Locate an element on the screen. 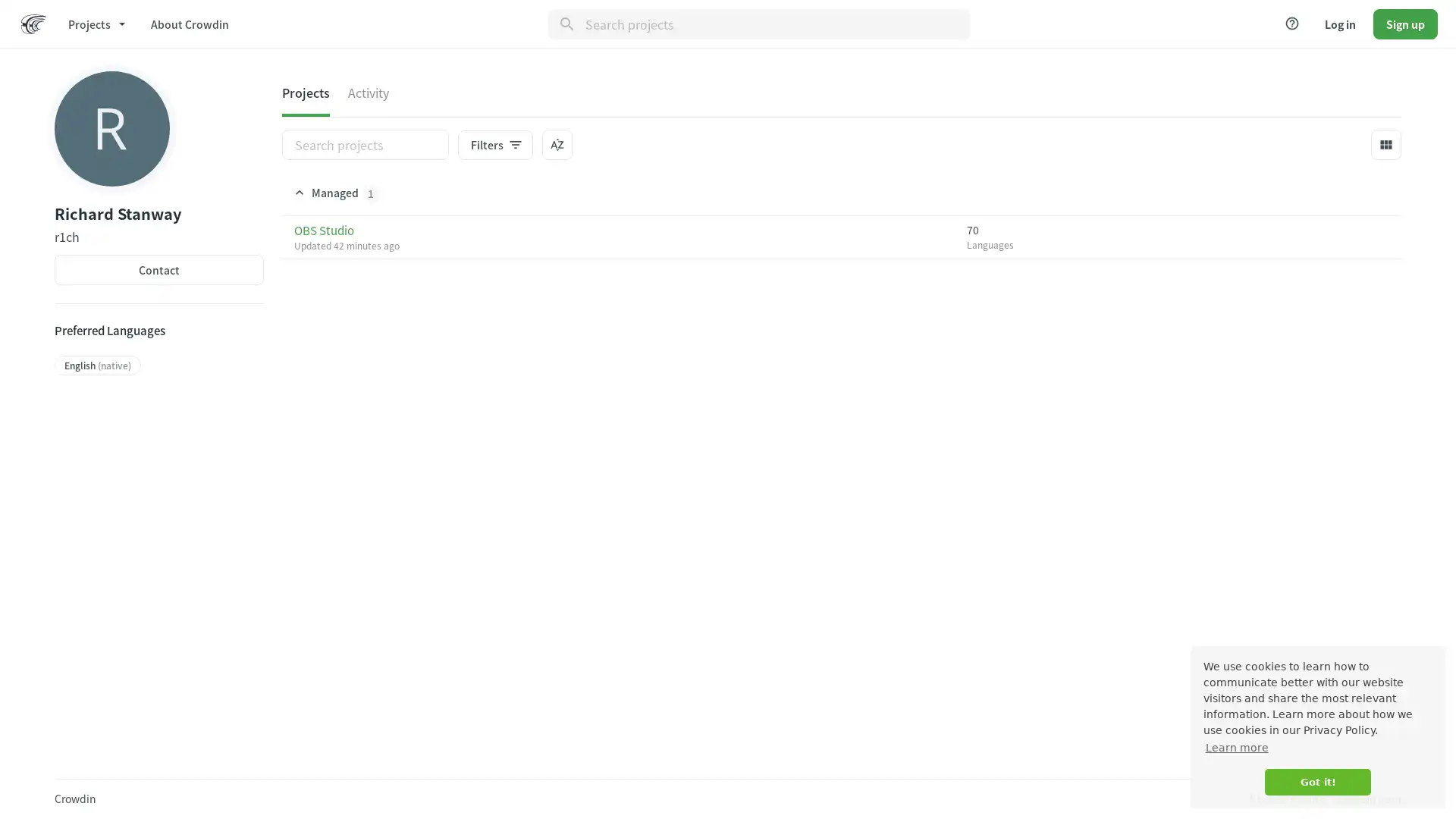 The height and width of the screenshot is (819, 1456). view_module is located at coordinates (1385, 145).